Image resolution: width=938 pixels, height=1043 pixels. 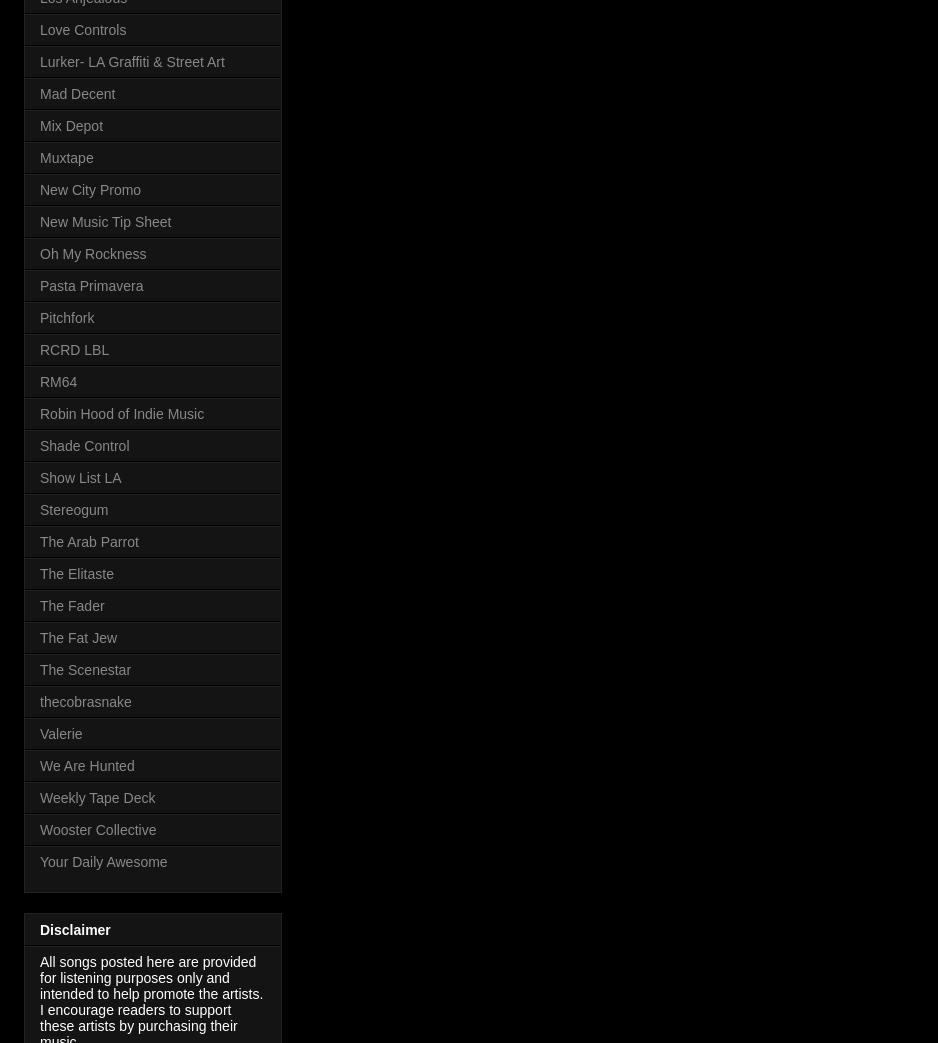 What do you see at coordinates (77, 93) in the screenshot?
I see `'Mad Decent'` at bounding box center [77, 93].